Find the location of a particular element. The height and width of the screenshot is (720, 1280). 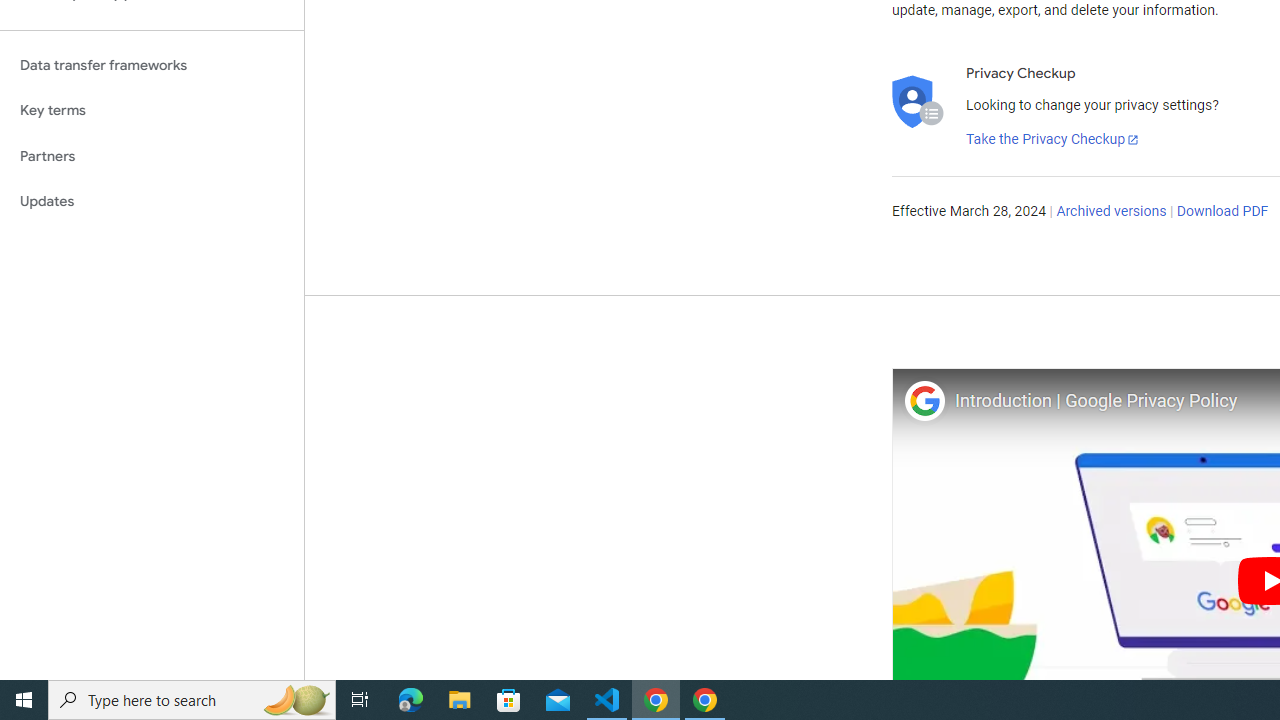

'Download PDF' is located at coordinates (1221, 212).